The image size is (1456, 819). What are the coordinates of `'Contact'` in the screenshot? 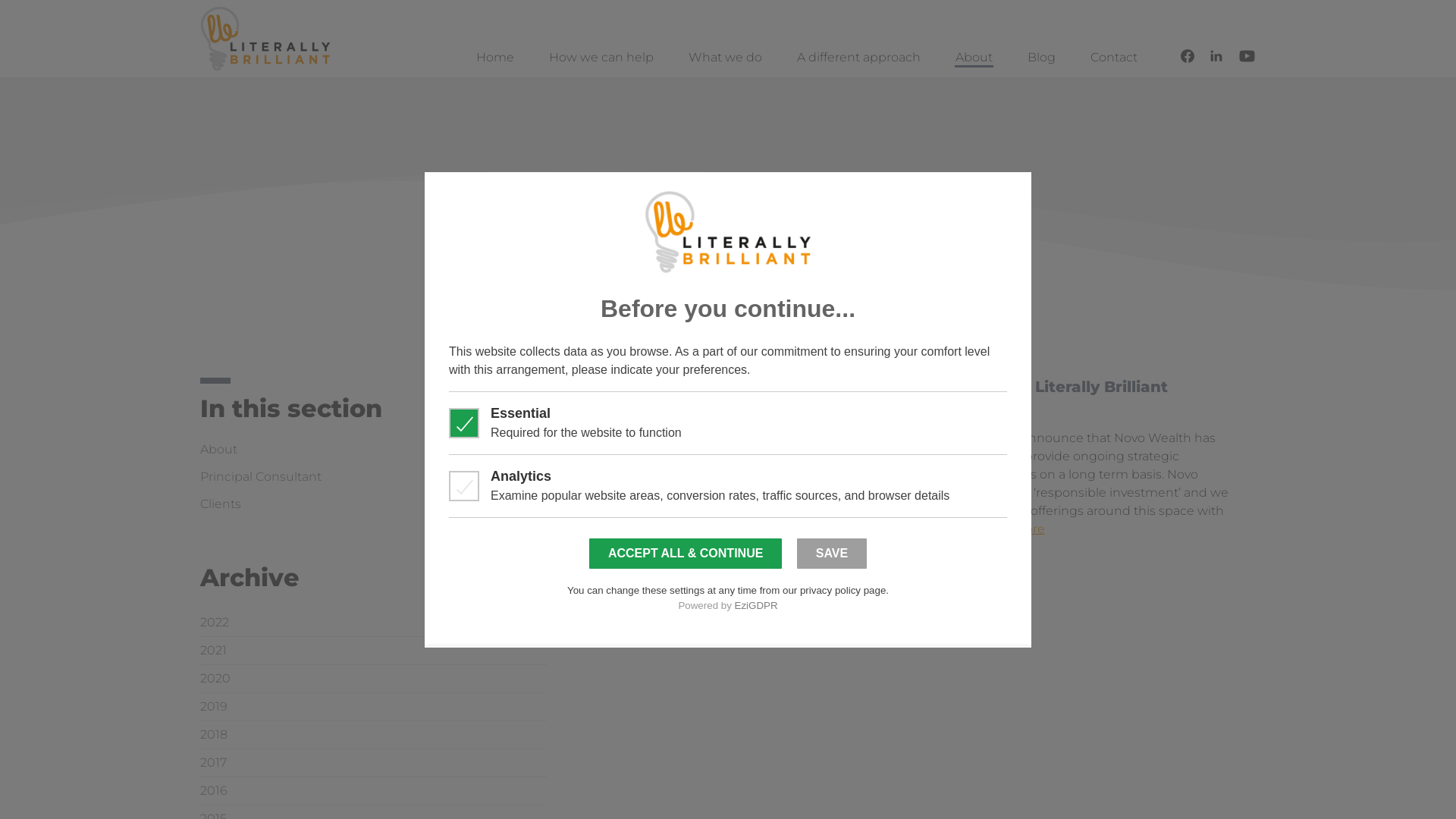 It's located at (1113, 57).